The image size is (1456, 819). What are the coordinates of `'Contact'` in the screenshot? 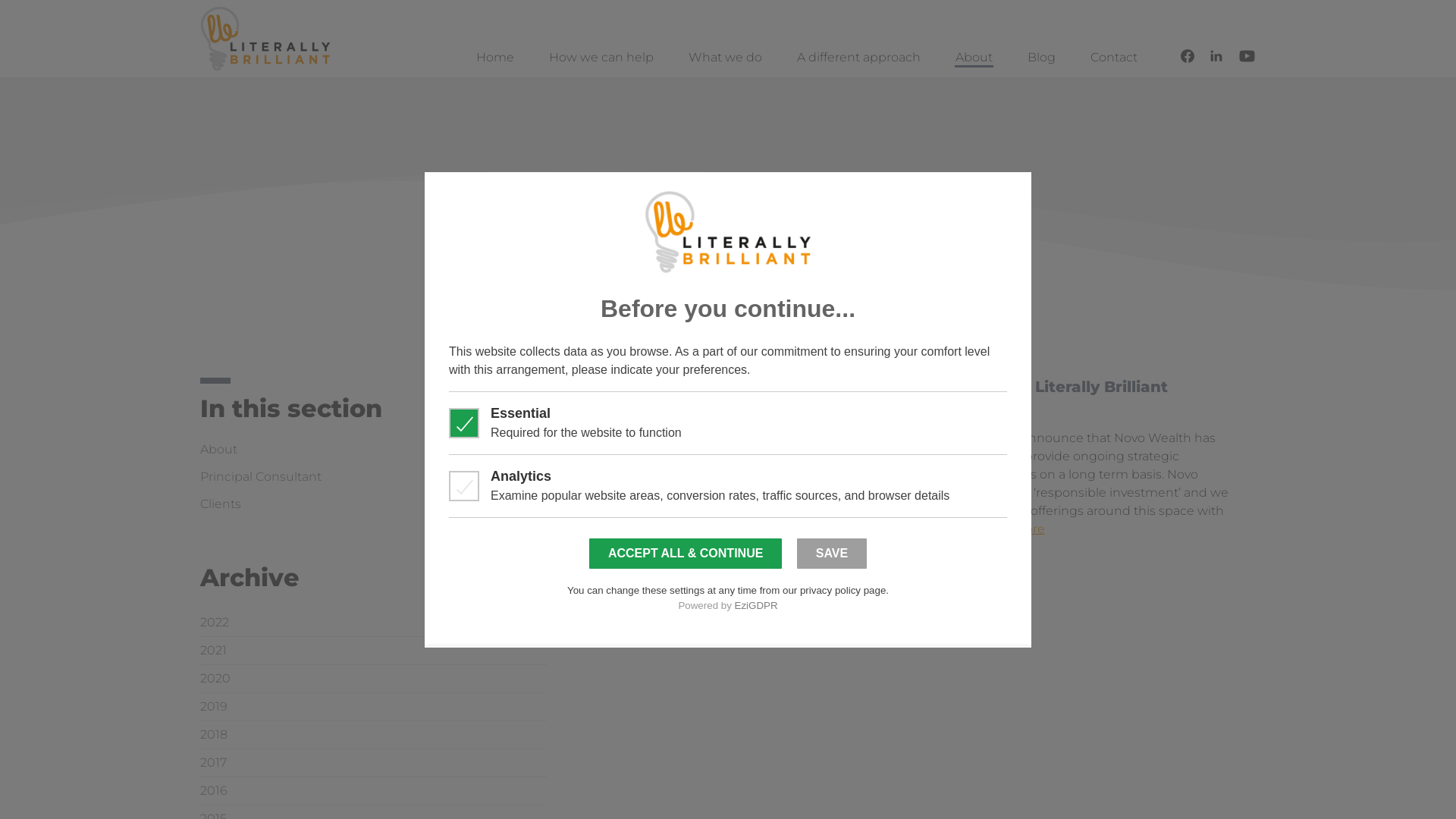 It's located at (1113, 57).